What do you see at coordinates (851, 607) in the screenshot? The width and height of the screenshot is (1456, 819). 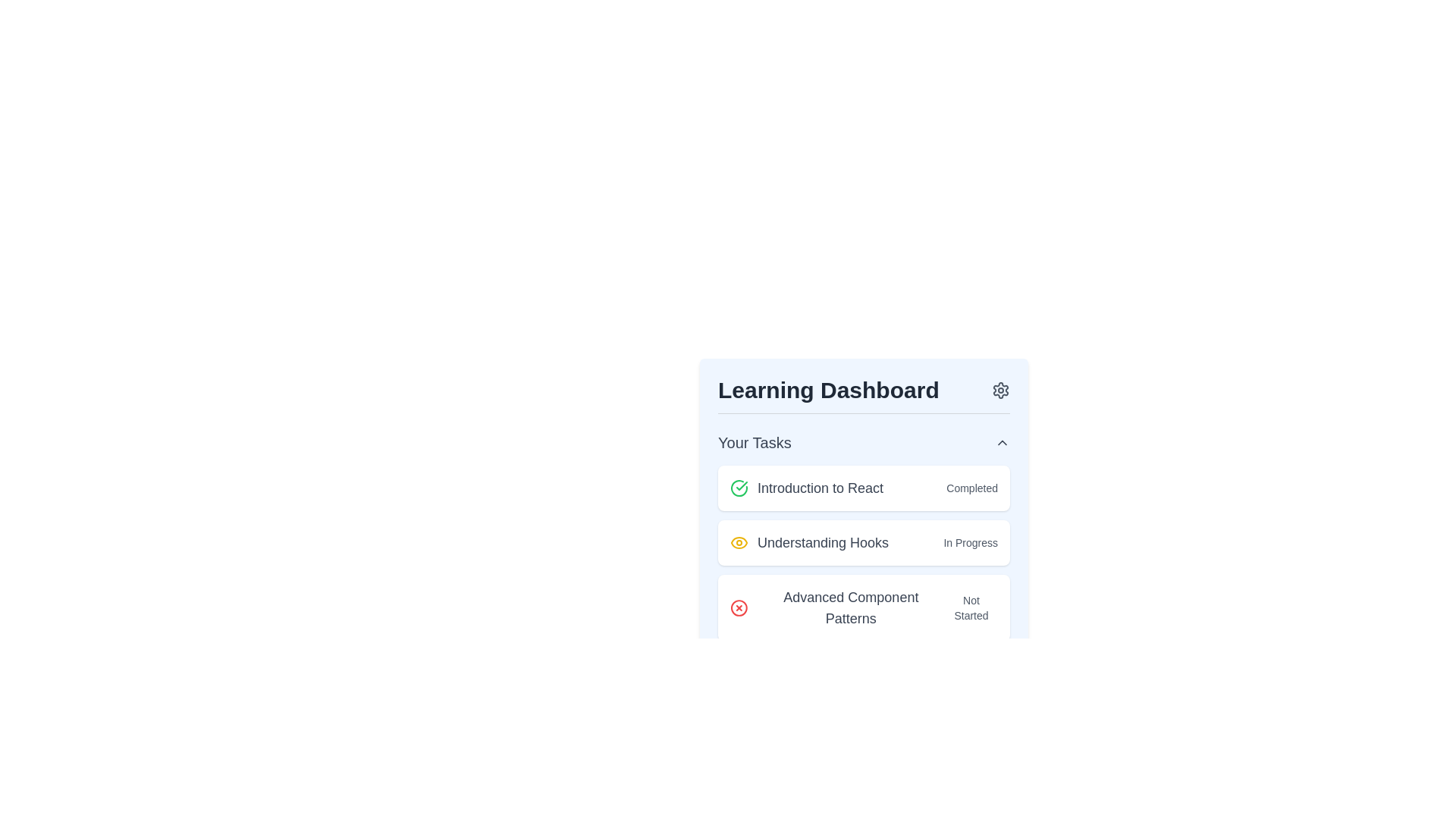 I see `descriptive text label that identifies a task item in the task list, located centrally under the 'Your Tasks' section, specifically in the third row of the task list` at bounding box center [851, 607].